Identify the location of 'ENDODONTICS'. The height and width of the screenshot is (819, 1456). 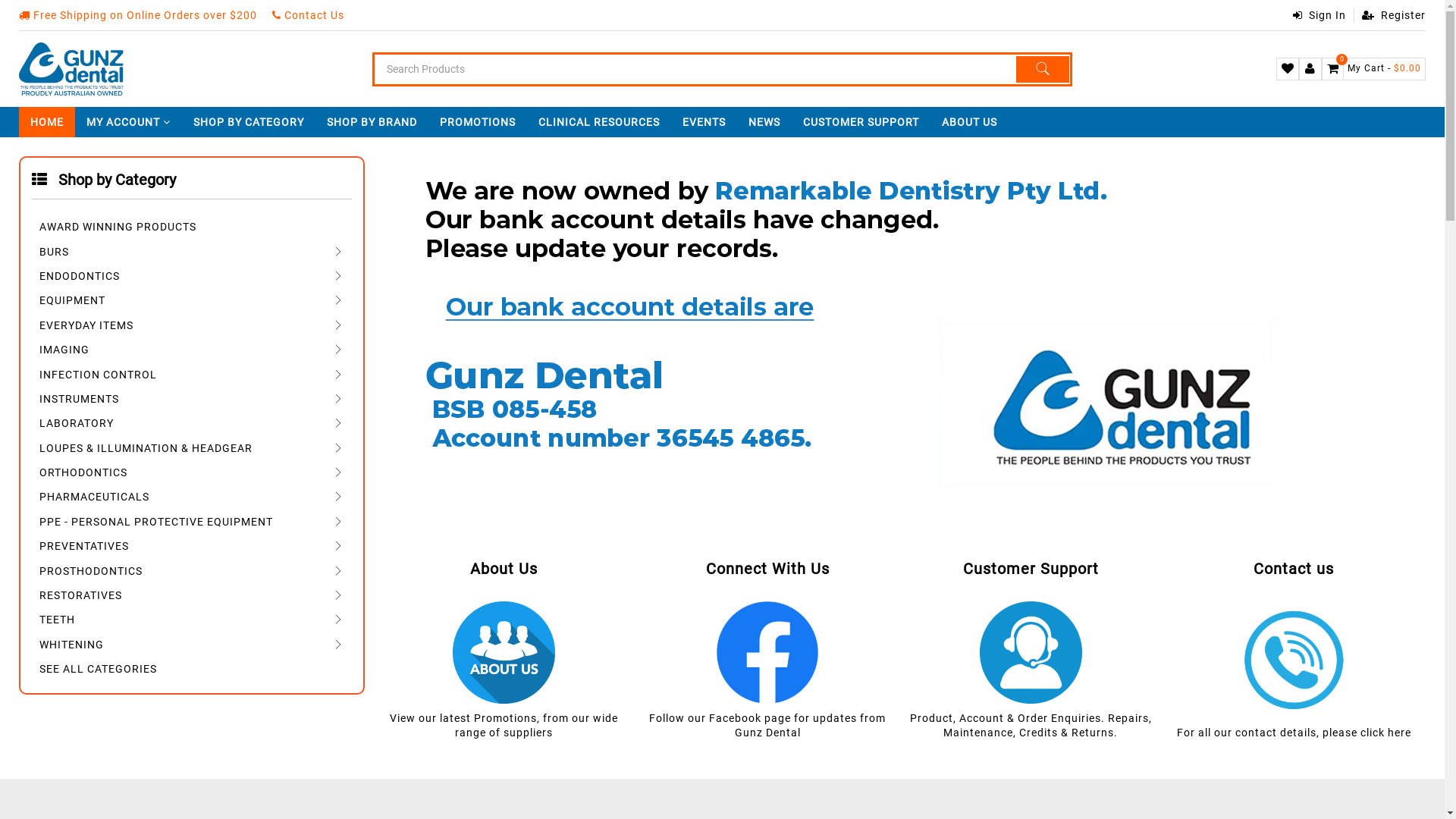
(191, 275).